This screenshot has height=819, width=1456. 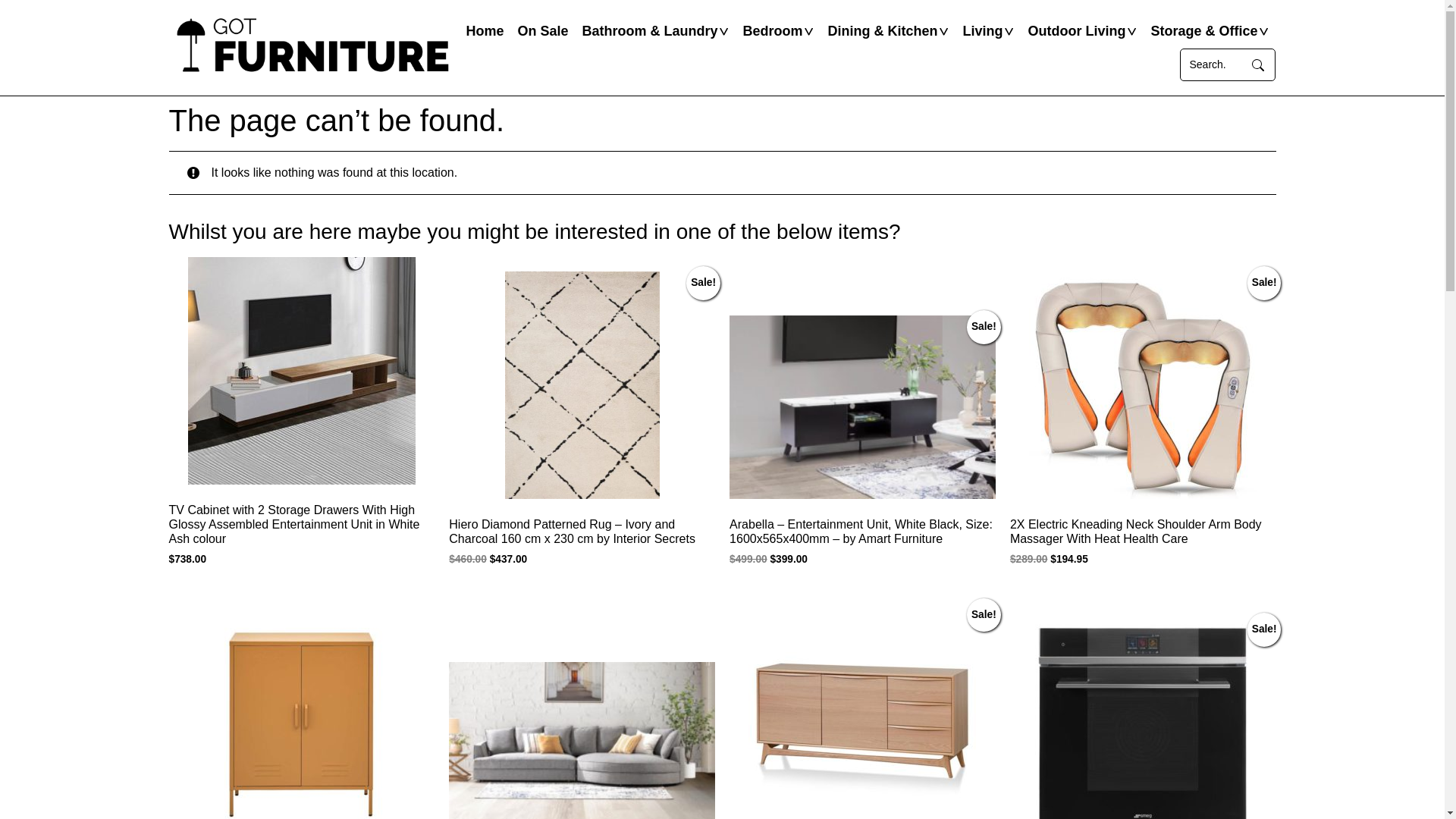 I want to click on 'Living', so click(x=982, y=31).